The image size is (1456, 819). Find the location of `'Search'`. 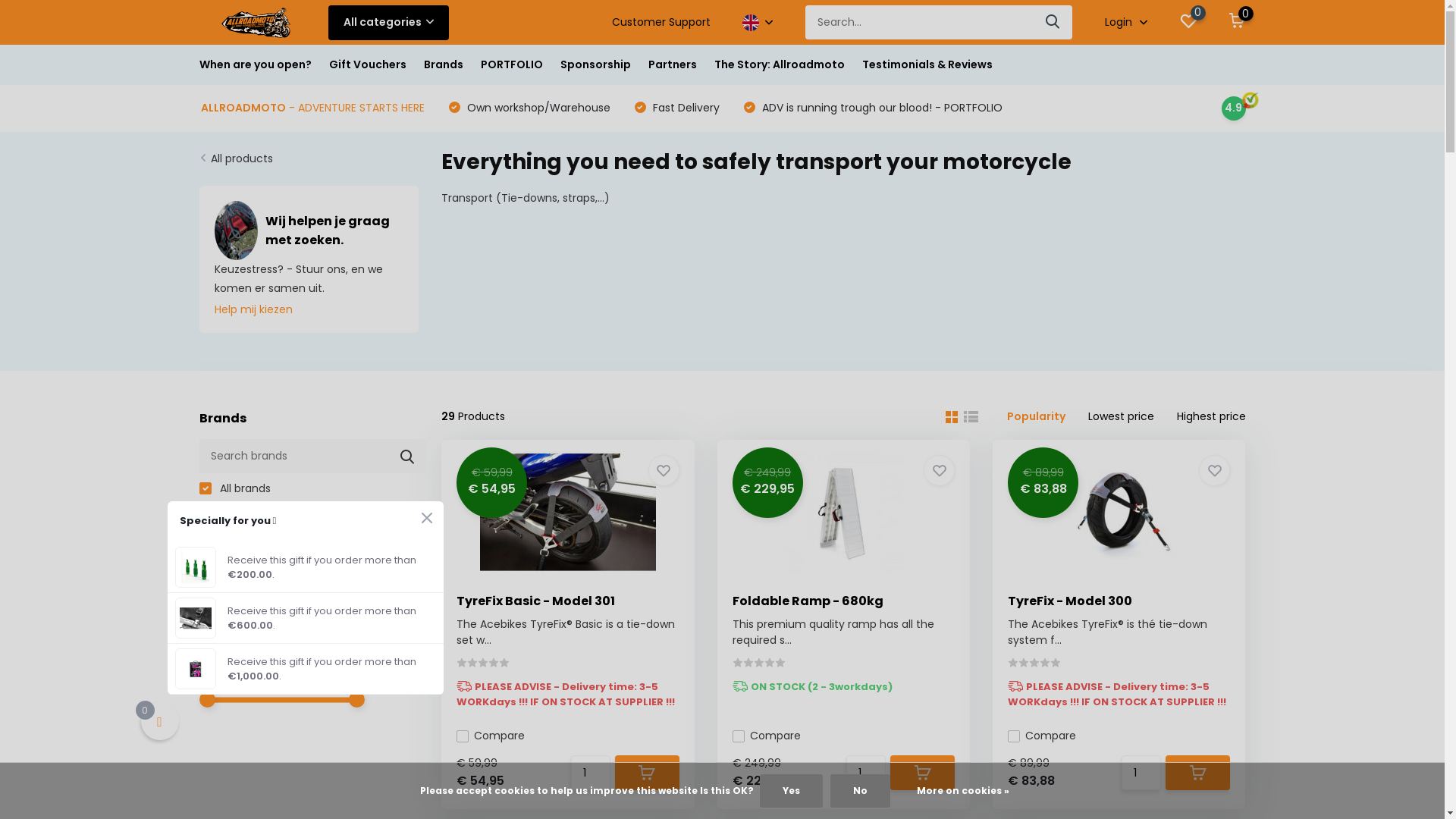

'Search' is located at coordinates (1052, 22).